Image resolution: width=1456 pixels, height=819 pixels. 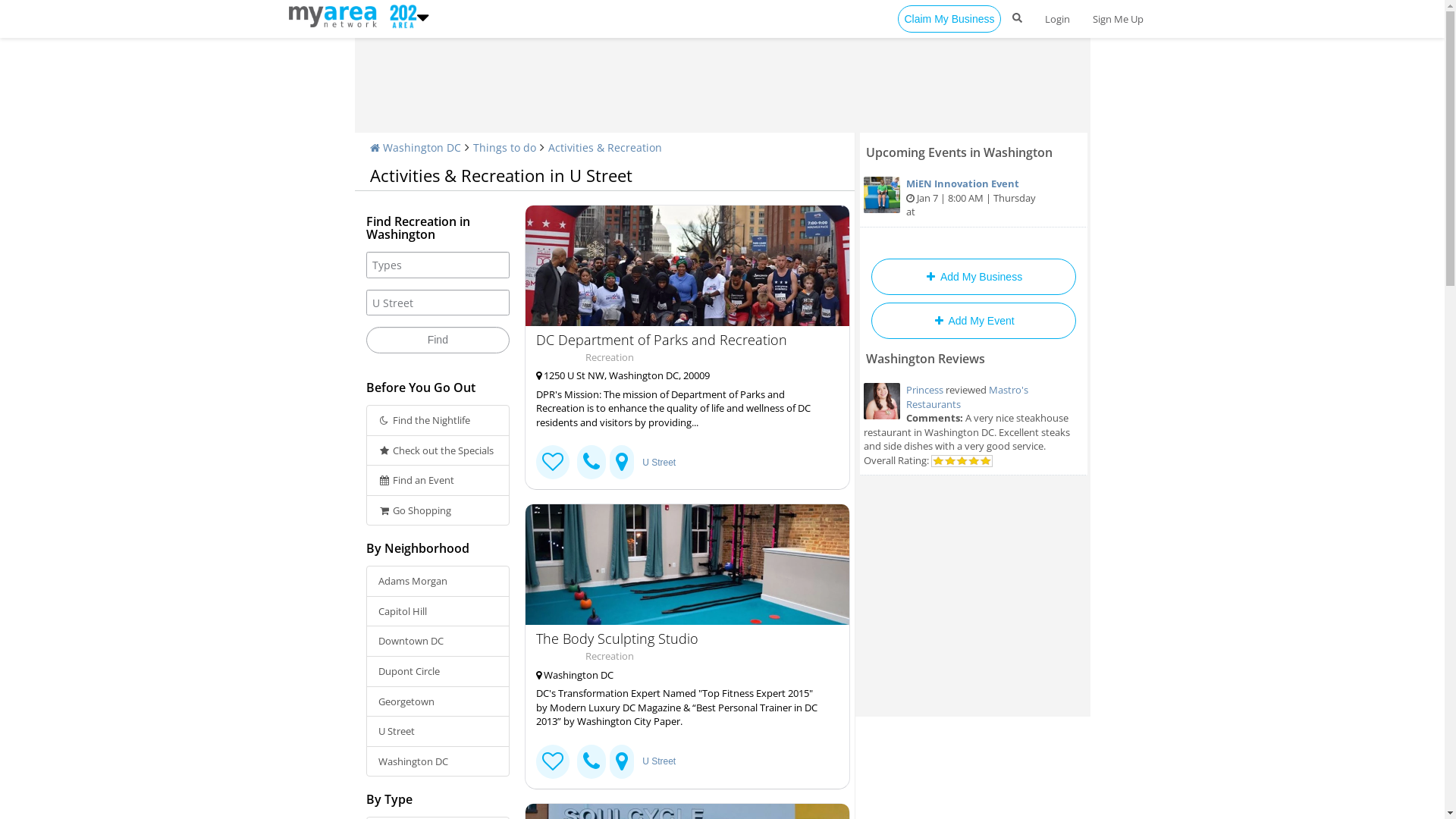 I want to click on 'Find the Nightlife', so click(x=365, y=420).